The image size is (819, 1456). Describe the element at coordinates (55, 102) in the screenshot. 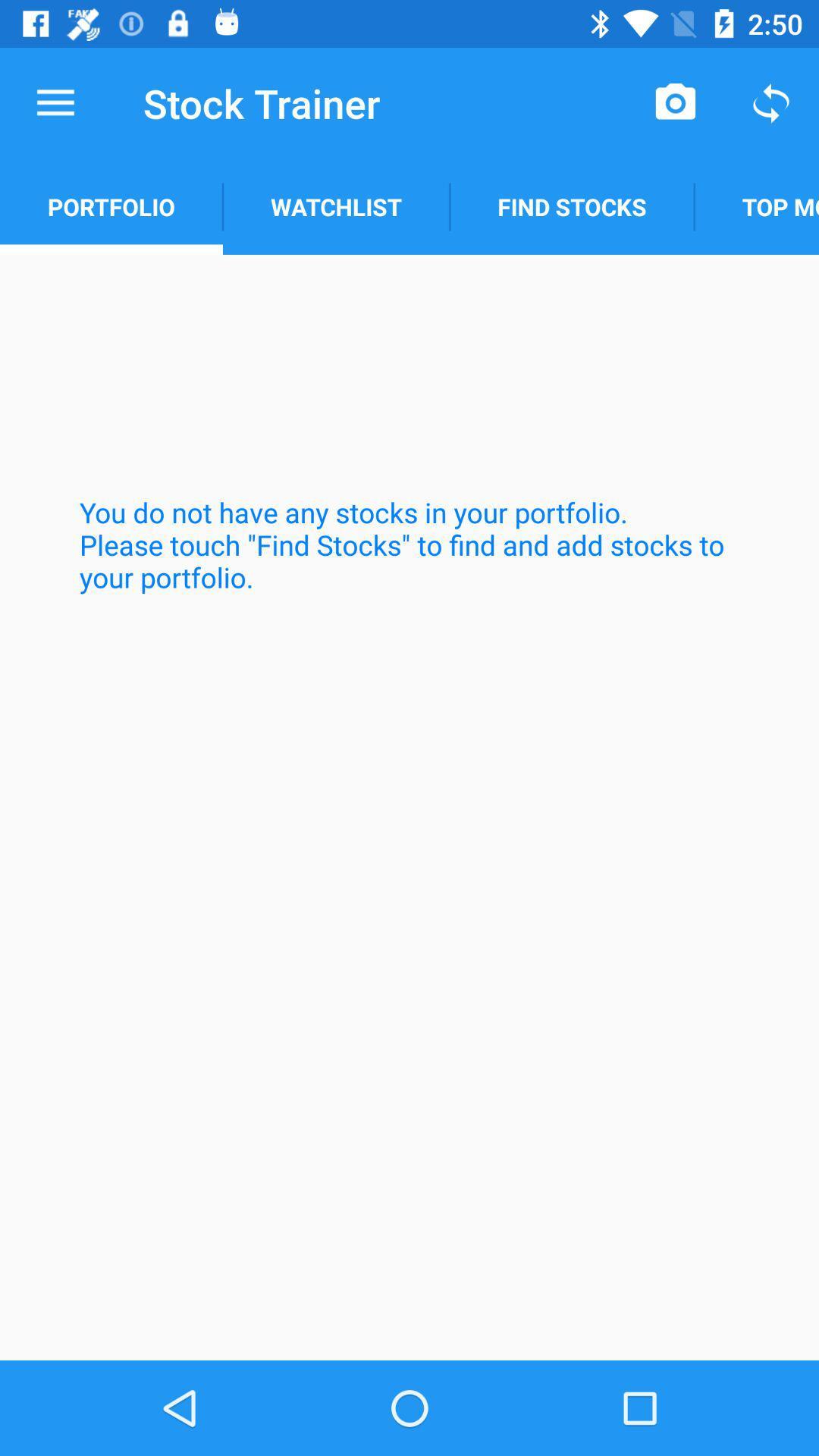

I see `icon next to stock trainer` at that location.